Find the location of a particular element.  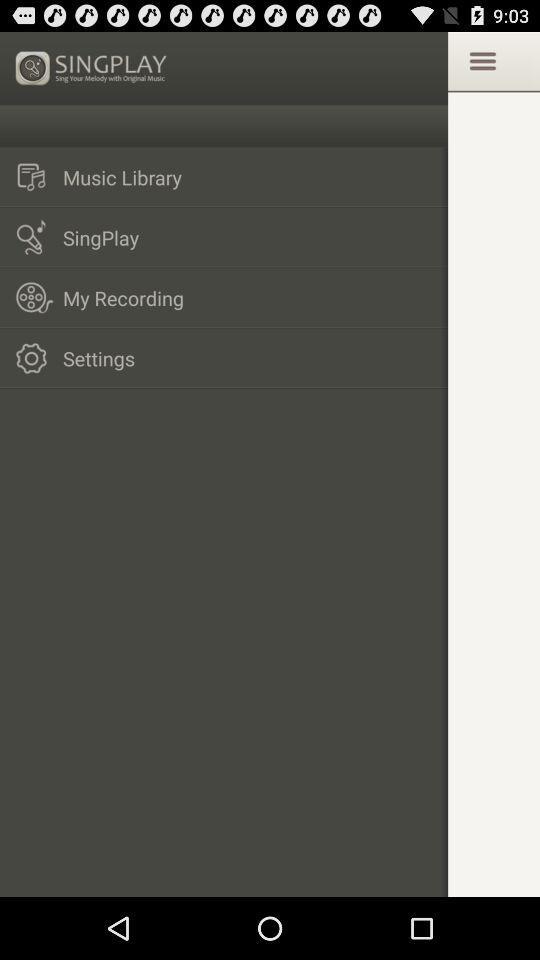

the text singplay is located at coordinates (91, 67).